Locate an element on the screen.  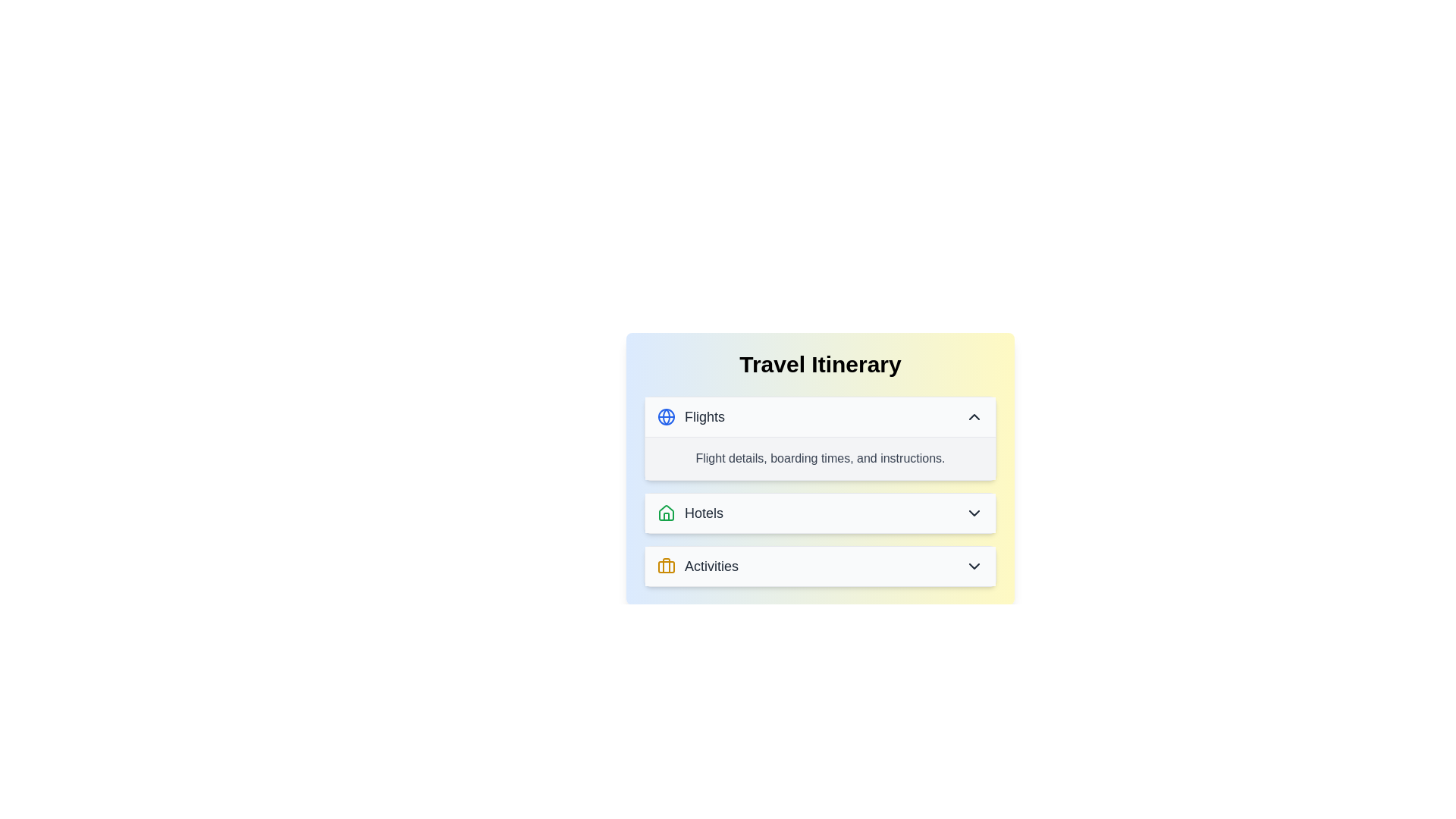
the yellow rectangular decorative shape within the 'Activities' icon in the 'Travel Itinerary' interface is located at coordinates (666, 567).